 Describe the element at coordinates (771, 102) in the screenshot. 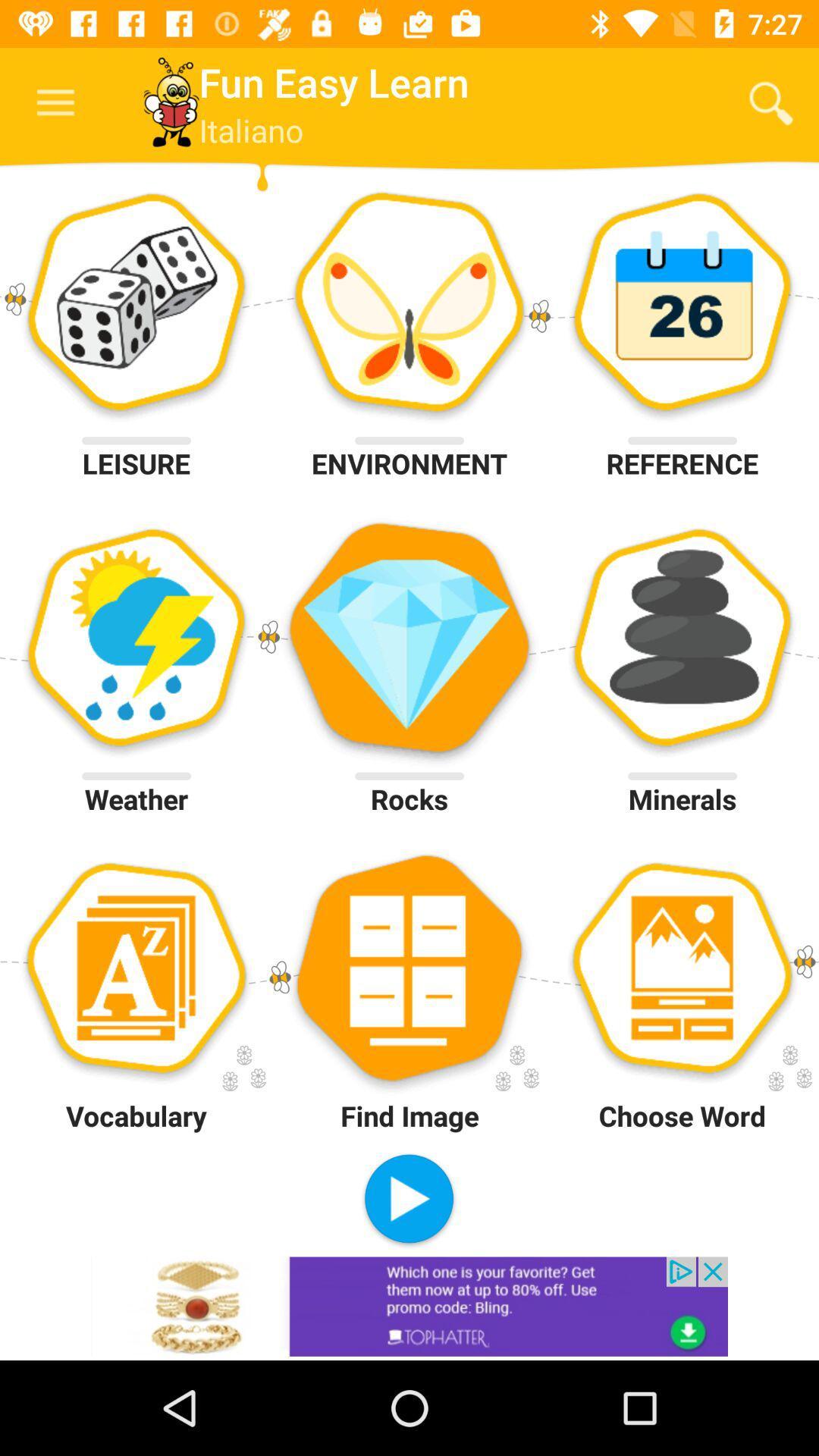

I see `the icon next to the fun easy learn item` at that location.